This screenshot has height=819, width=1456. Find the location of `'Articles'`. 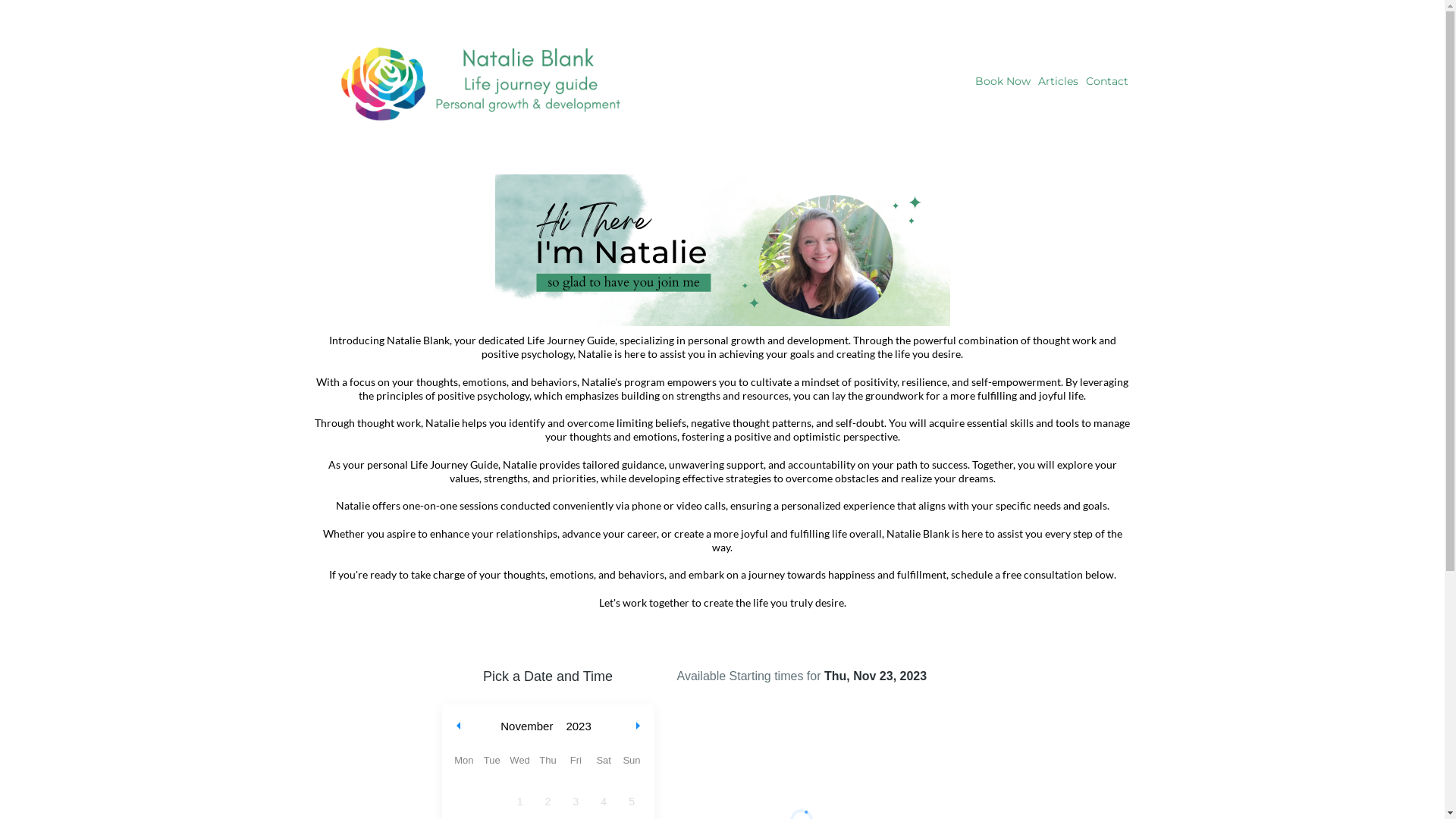

'Articles' is located at coordinates (1057, 81).